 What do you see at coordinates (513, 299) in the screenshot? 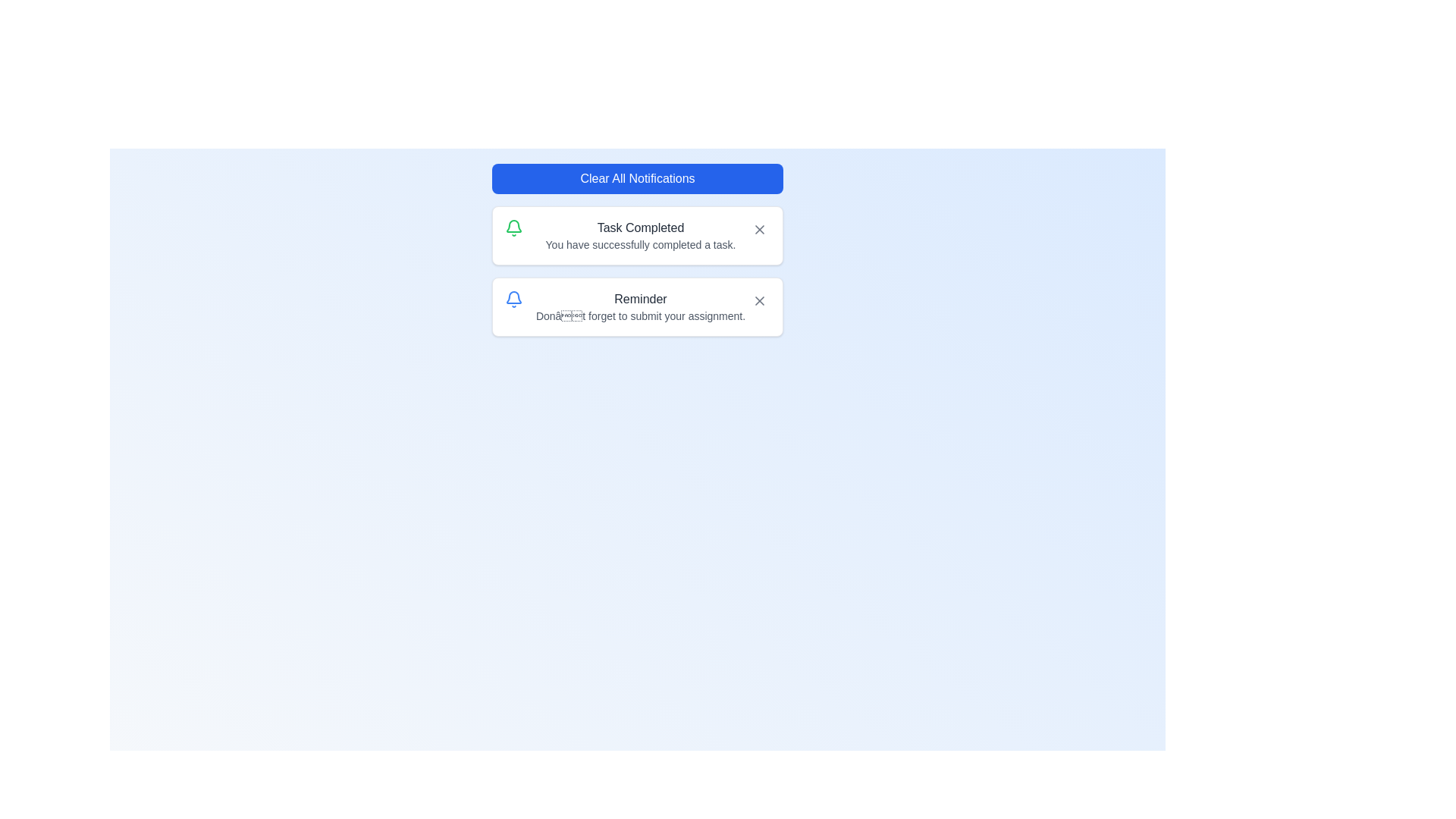
I see `the reminder notification icon located inside the notification box titled 'Reminder', which is the second item in the list of notifications` at bounding box center [513, 299].